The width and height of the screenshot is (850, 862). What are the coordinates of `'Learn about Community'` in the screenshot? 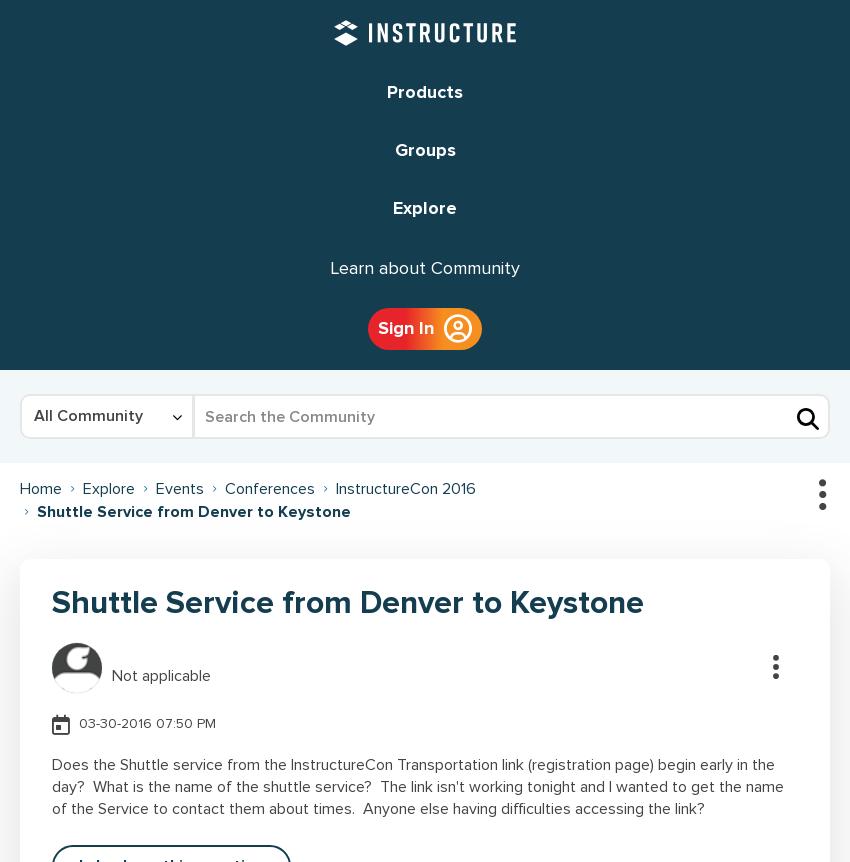 It's located at (424, 268).